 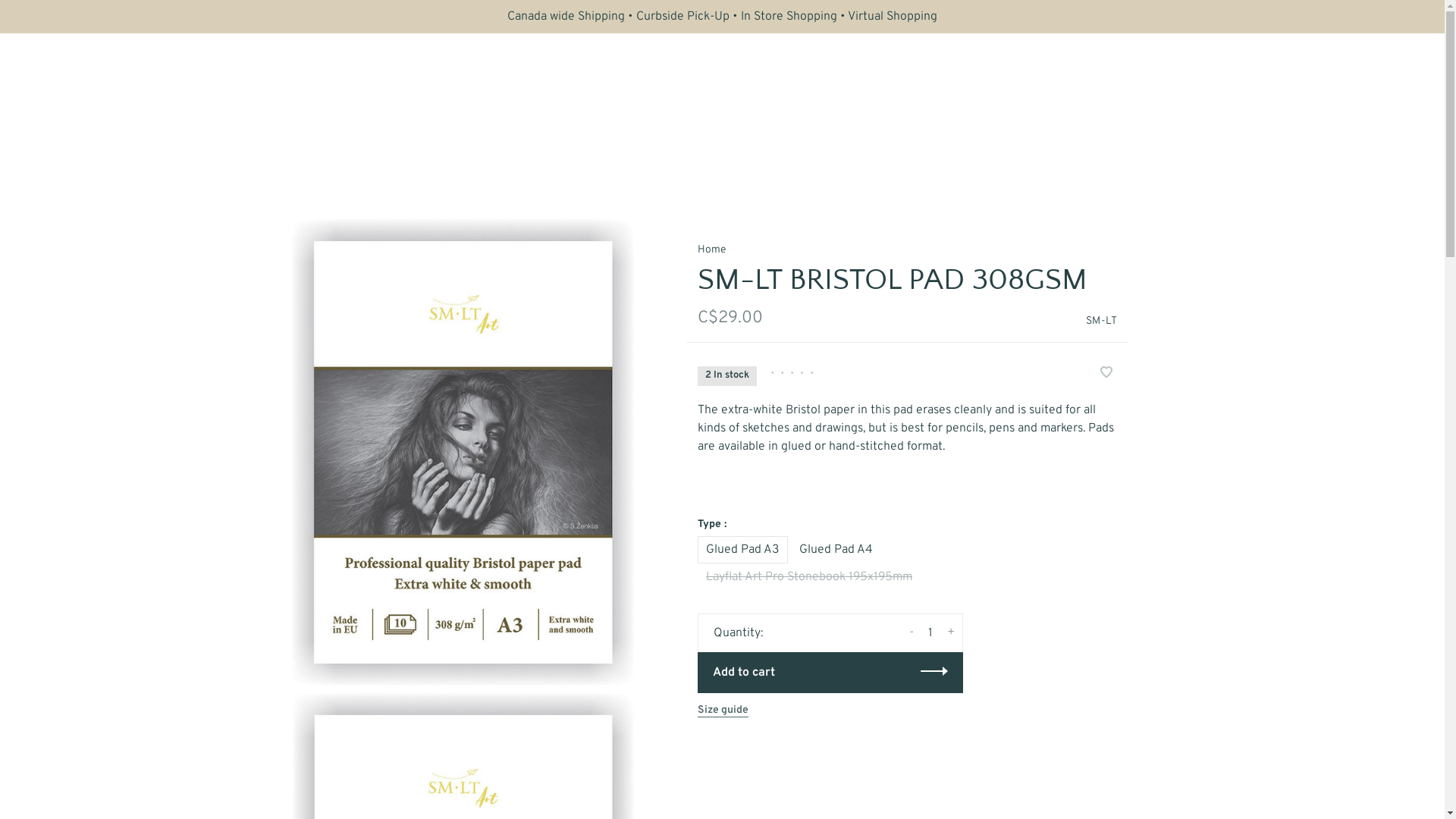 What do you see at coordinates (829, 672) in the screenshot?
I see `'Add to cart'` at bounding box center [829, 672].